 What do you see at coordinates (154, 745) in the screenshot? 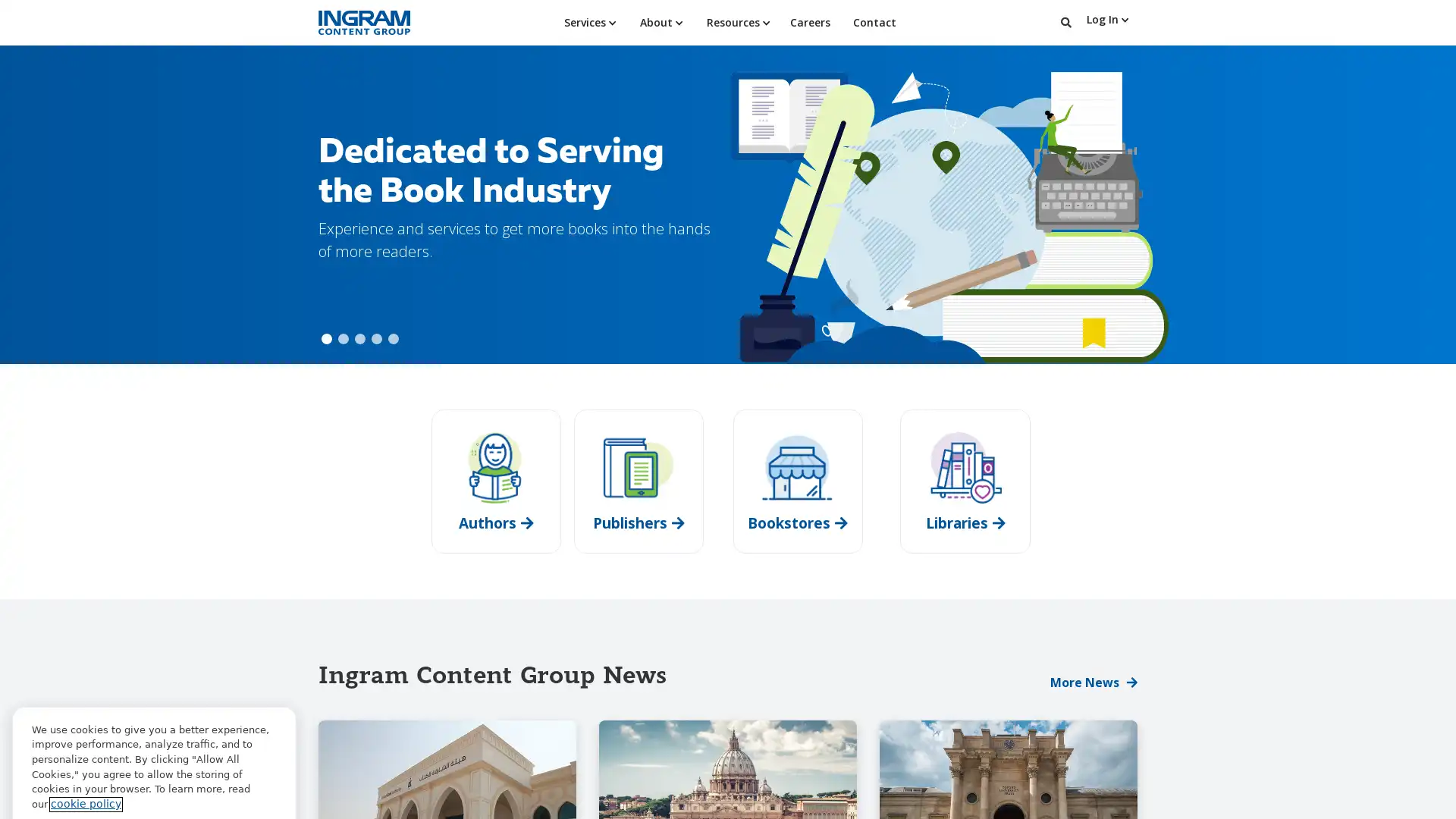
I see `Allow All Cookies` at bounding box center [154, 745].